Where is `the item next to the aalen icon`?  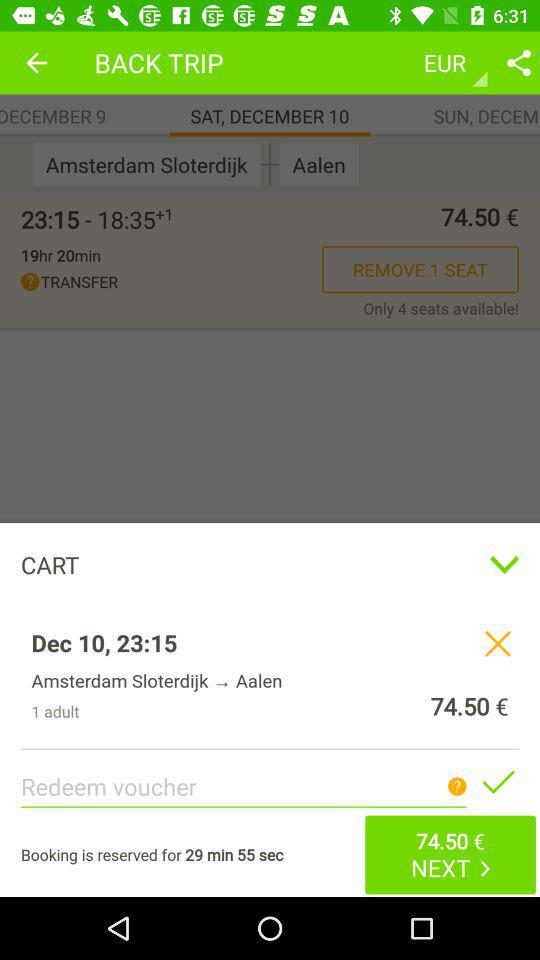
the item next to the aalen icon is located at coordinates (270, 163).